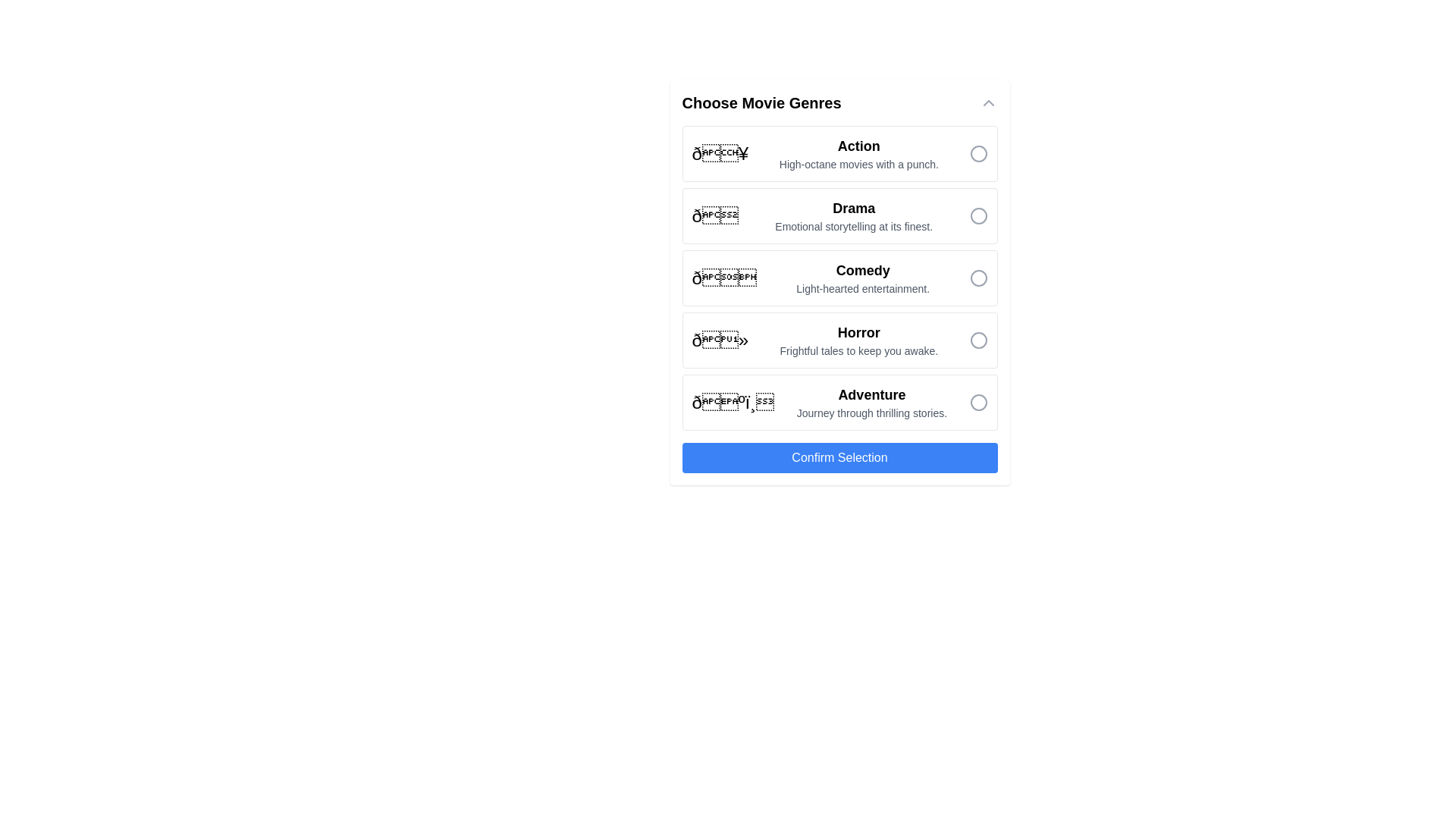 Image resolution: width=1456 pixels, height=819 pixels. Describe the element at coordinates (839, 278) in the screenshot. I see `the 'Comedy' genre selection item in the vertically stacked list within the 'Choose Movie Genres' panel` at that location.